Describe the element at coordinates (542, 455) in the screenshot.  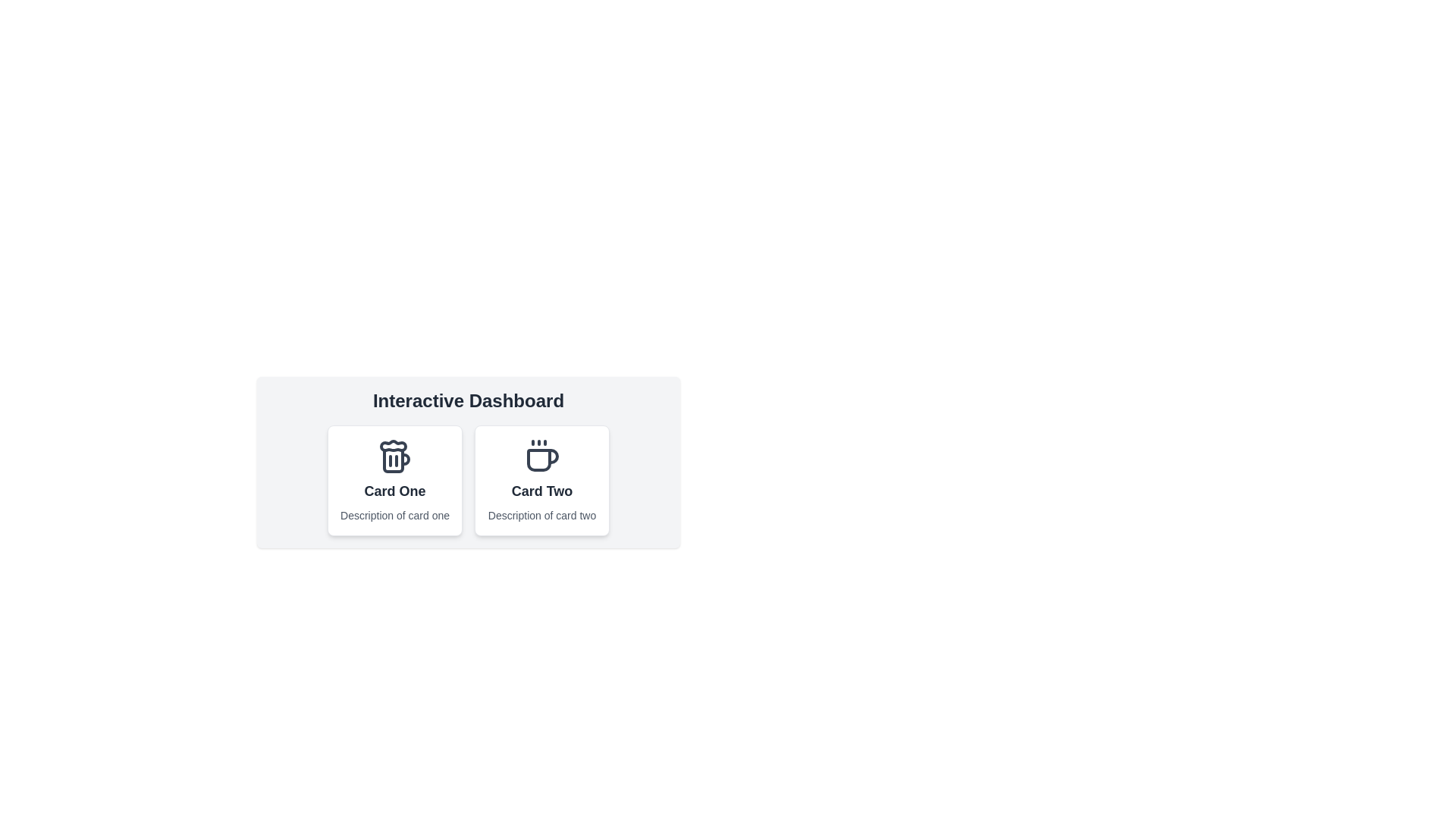
I see `the decorative coffee icon located in 'Card Two' beneath the heading 'Interactive Dashboard'. This icon is prominently positioned near the top of the card, above the text content` at that location.